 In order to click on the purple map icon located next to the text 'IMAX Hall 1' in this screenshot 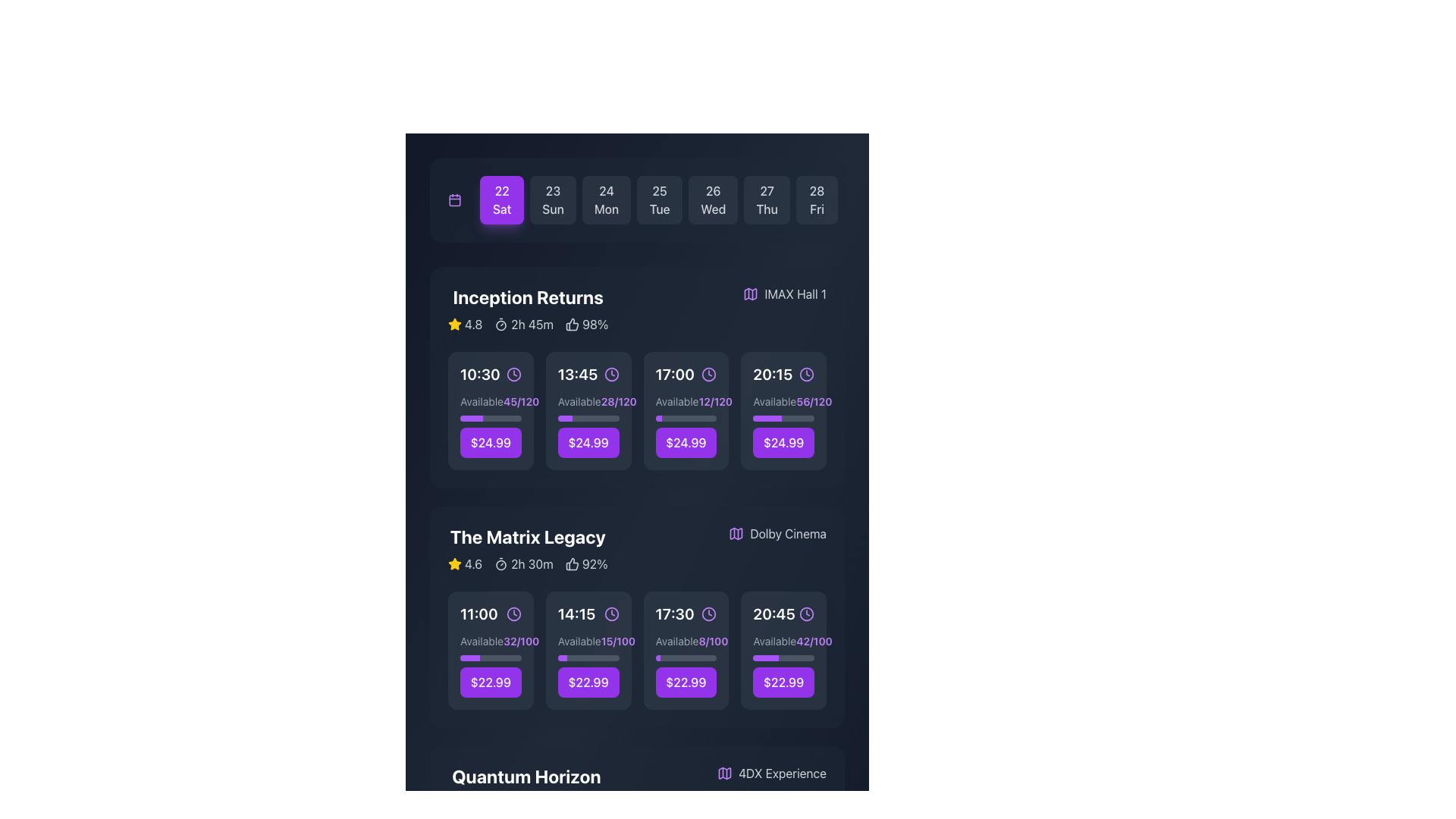, I will do `click(751, 294)`.